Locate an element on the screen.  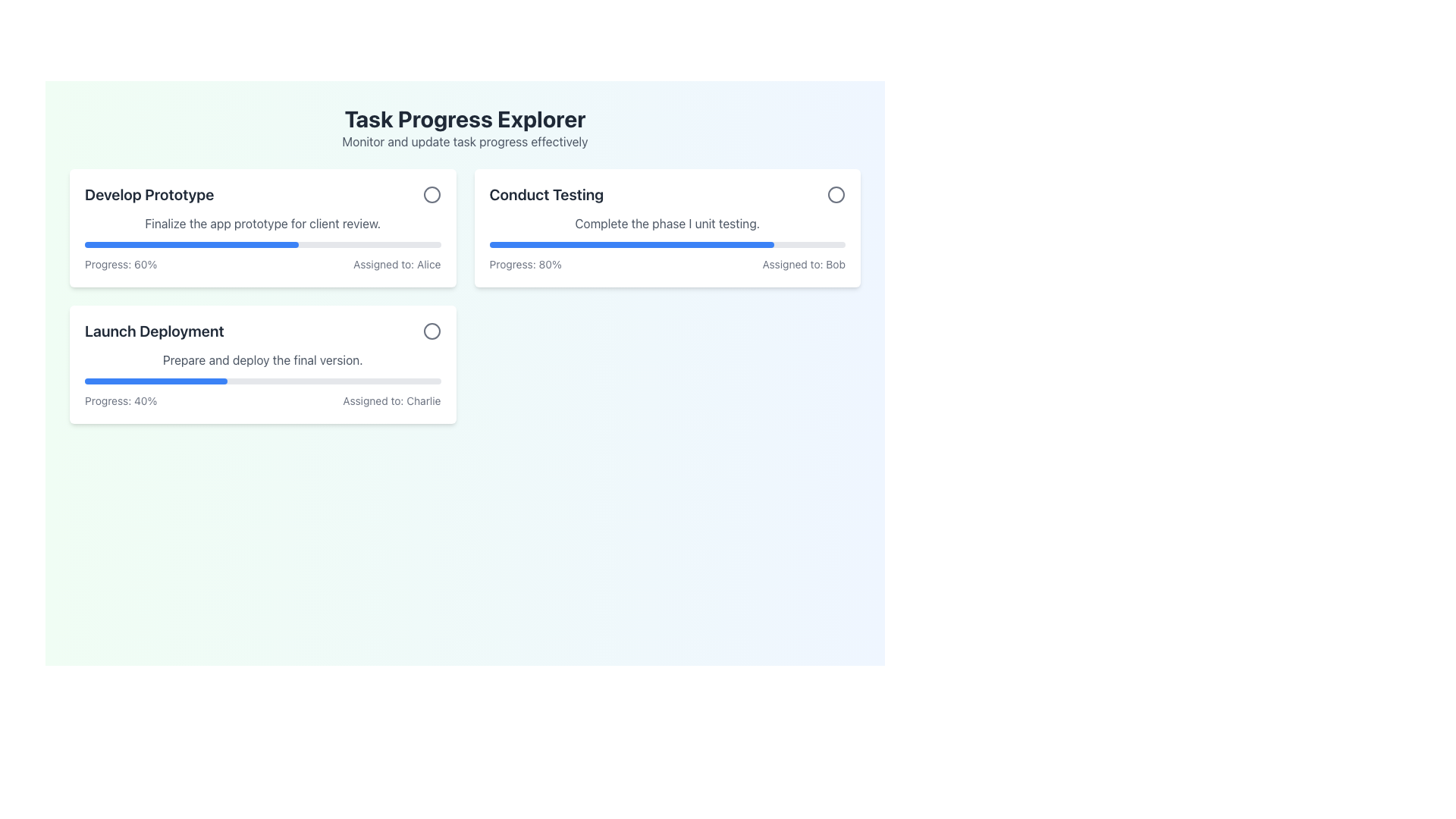
bold header text labeled 'Task Progress Explorer' which is prominently displayed at the top-center of the interface is located at coordinates (464, 118).